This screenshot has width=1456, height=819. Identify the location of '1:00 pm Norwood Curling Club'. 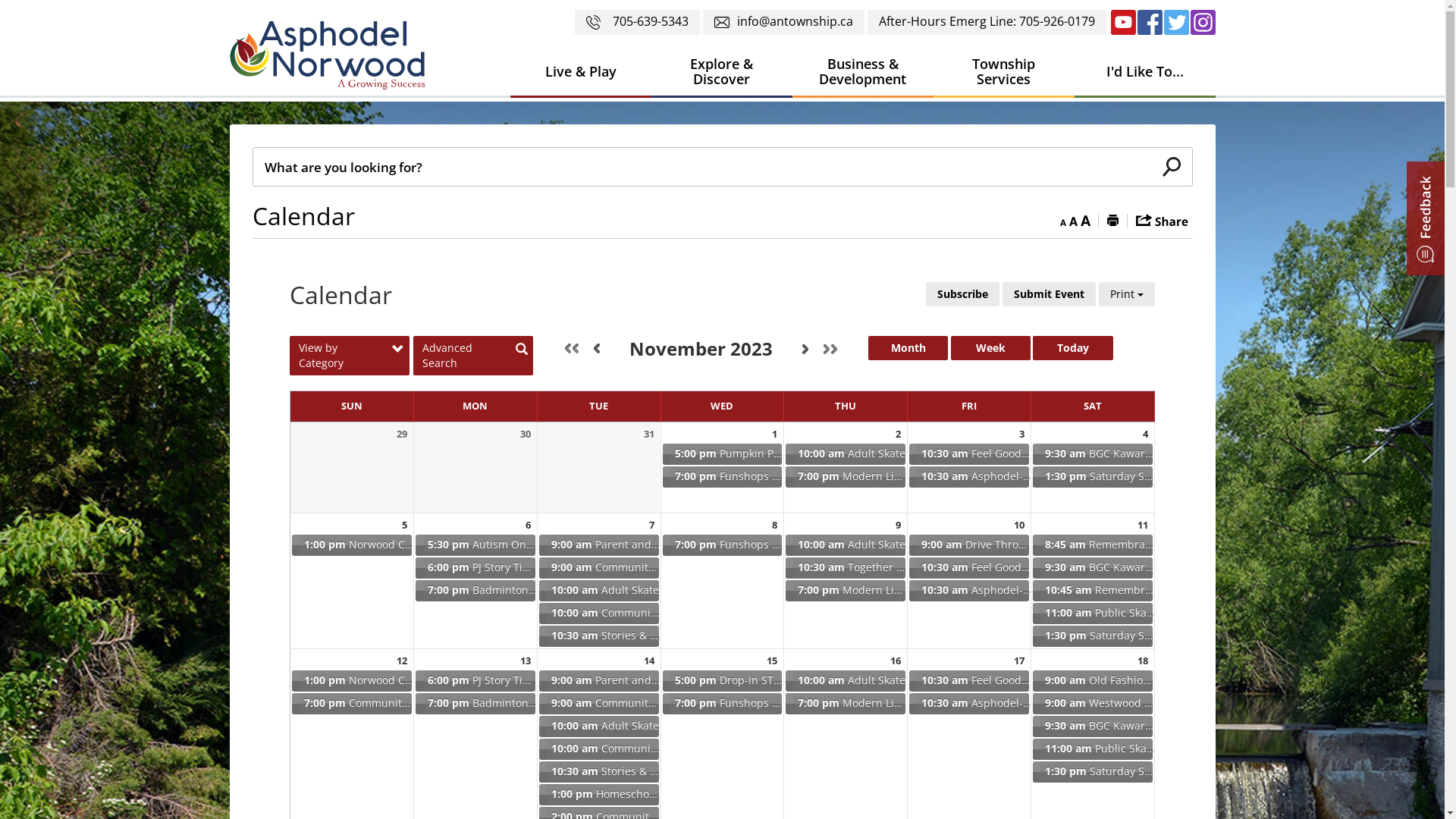
(290, 544).